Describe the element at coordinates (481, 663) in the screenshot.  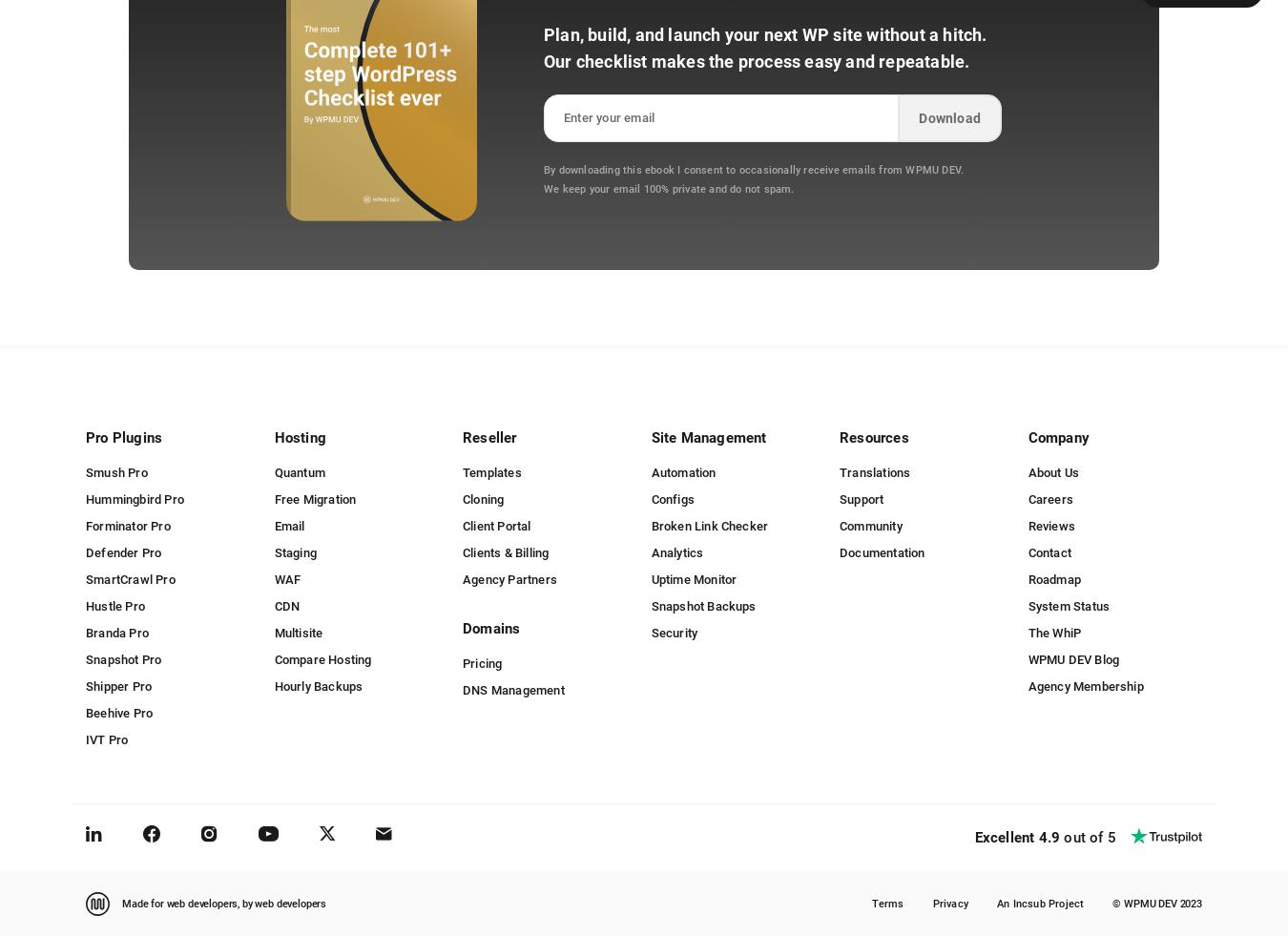
I see `'Pricing'` at that location.